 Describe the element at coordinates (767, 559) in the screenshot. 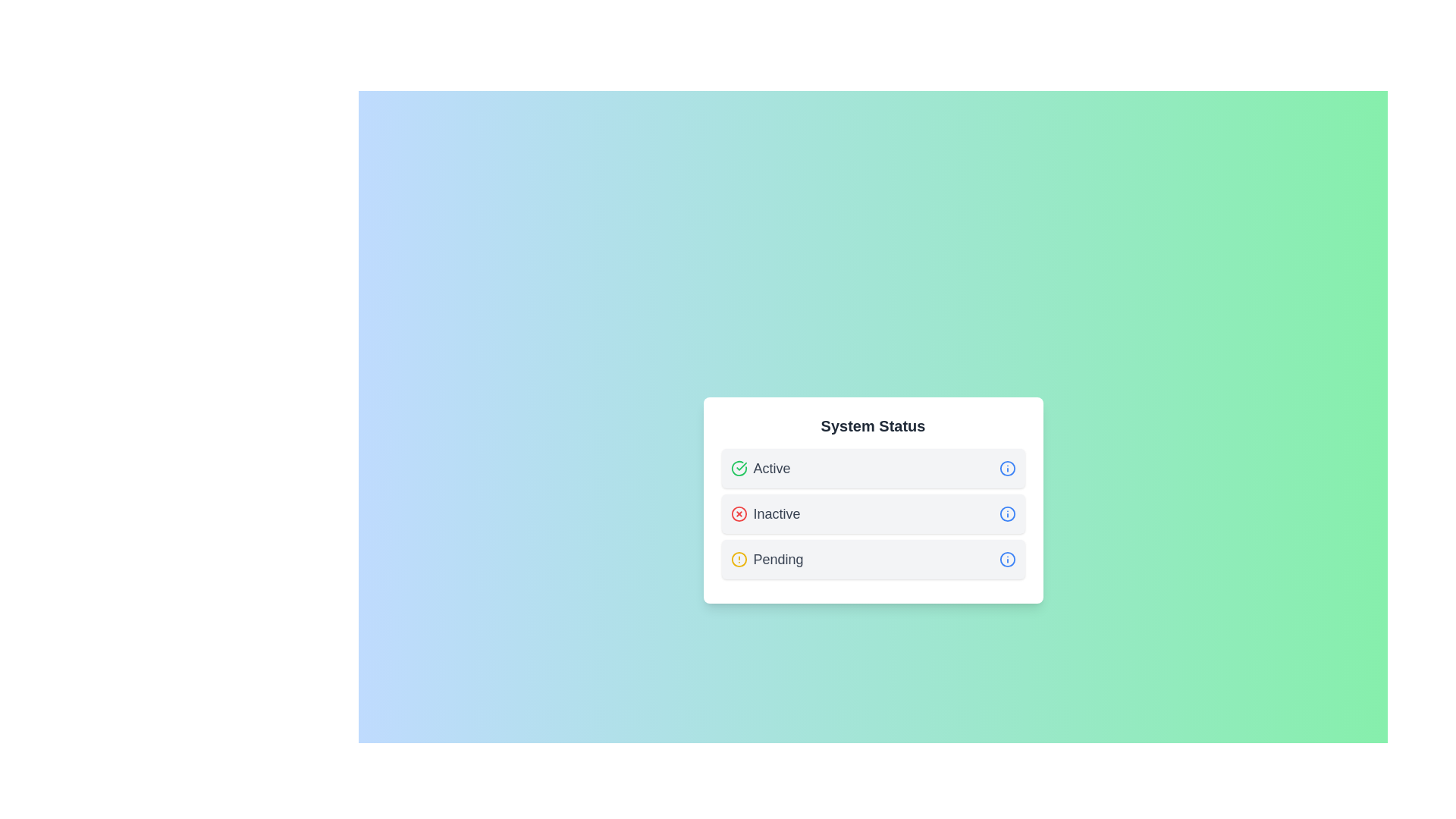

I see `the Status indicator displaying 'Pending' with a yellow circular icon and bold text, located in the third row of the System Status panel` at that location.